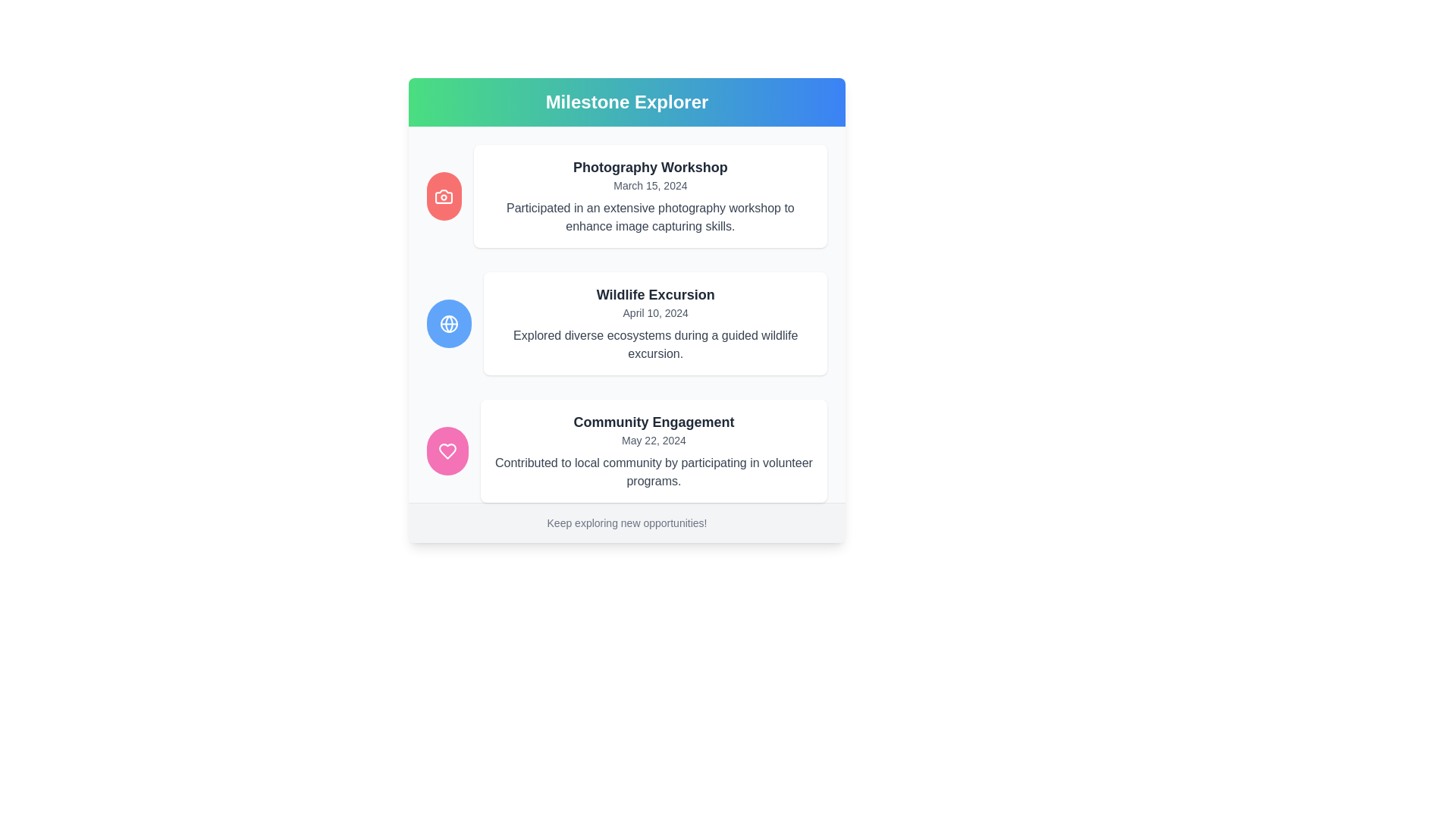 The height and width of the screenshot is (819, 1456). I want to click on the text label element that displays 'Keep exploring new opportunities!' styled in a small gray font, located at the bottom of the main content section, so click(626, 522).